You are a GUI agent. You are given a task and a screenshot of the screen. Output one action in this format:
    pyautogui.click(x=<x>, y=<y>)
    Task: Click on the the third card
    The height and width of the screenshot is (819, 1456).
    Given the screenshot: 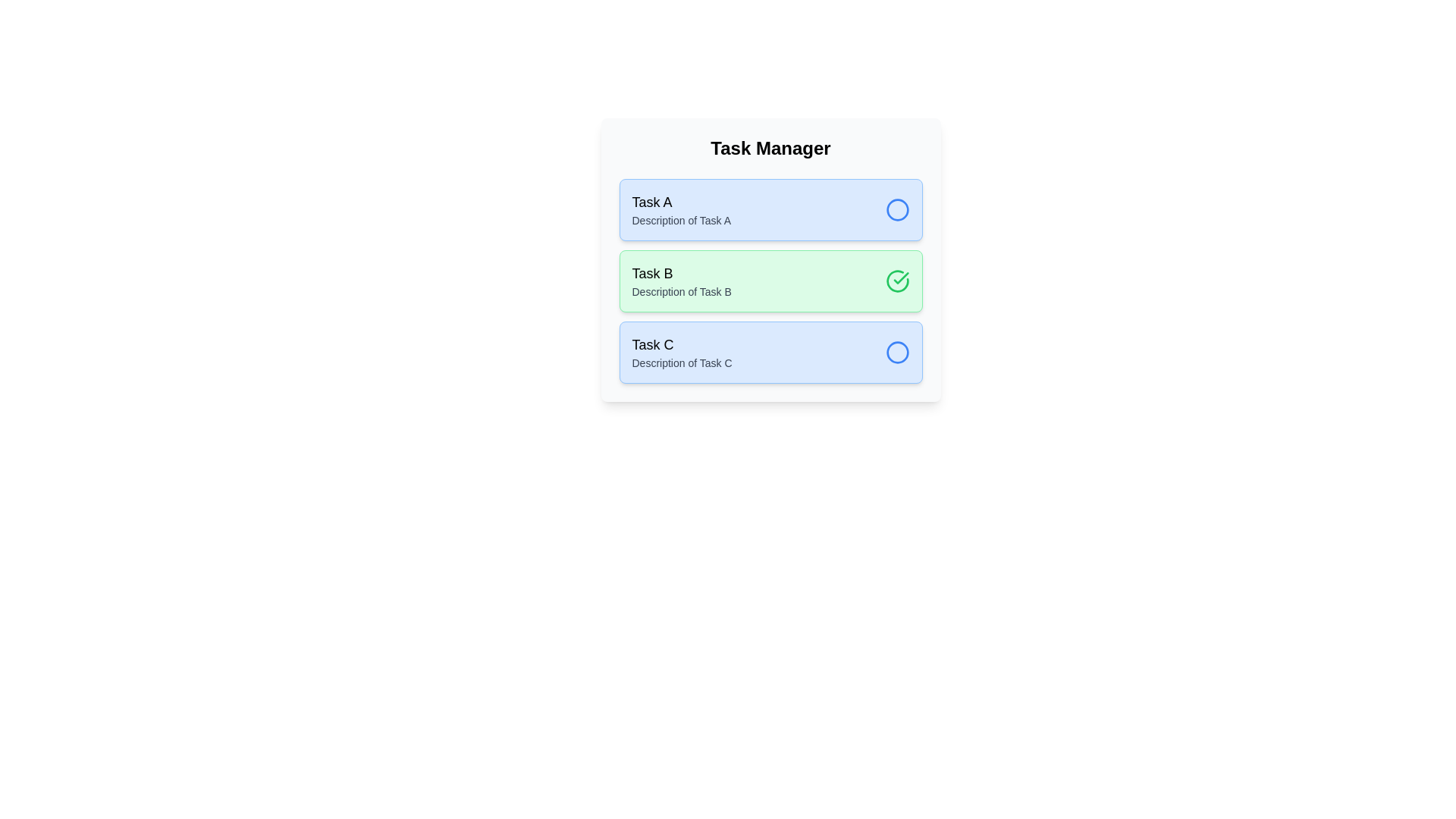 What is the action you would take?
    pyautogui.click(x=770, y=353)
    